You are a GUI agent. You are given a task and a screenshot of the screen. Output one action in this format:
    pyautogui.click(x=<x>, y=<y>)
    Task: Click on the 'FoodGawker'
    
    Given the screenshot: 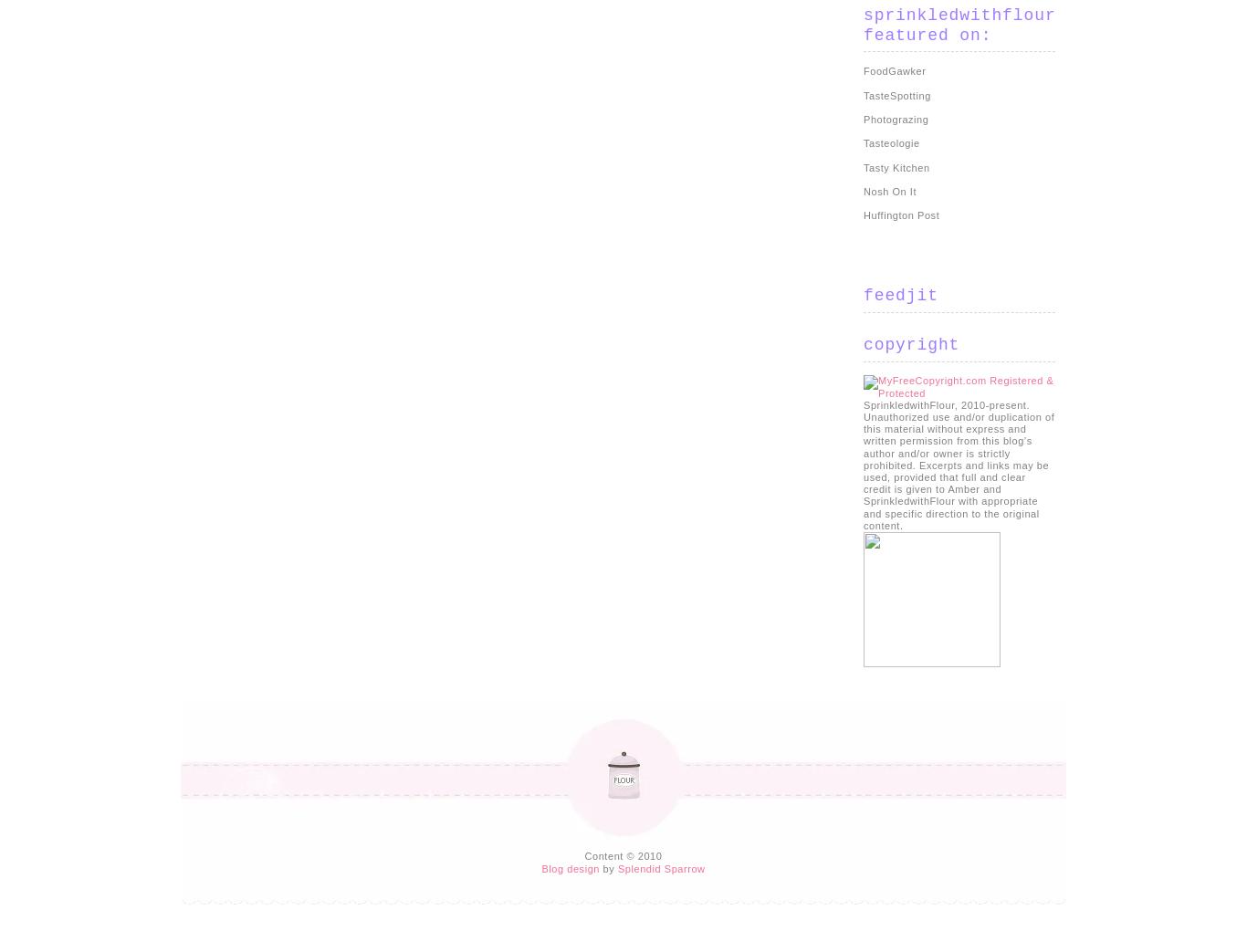 What is the action you would take?
    pyautogui.click(x=894, y=71)
    